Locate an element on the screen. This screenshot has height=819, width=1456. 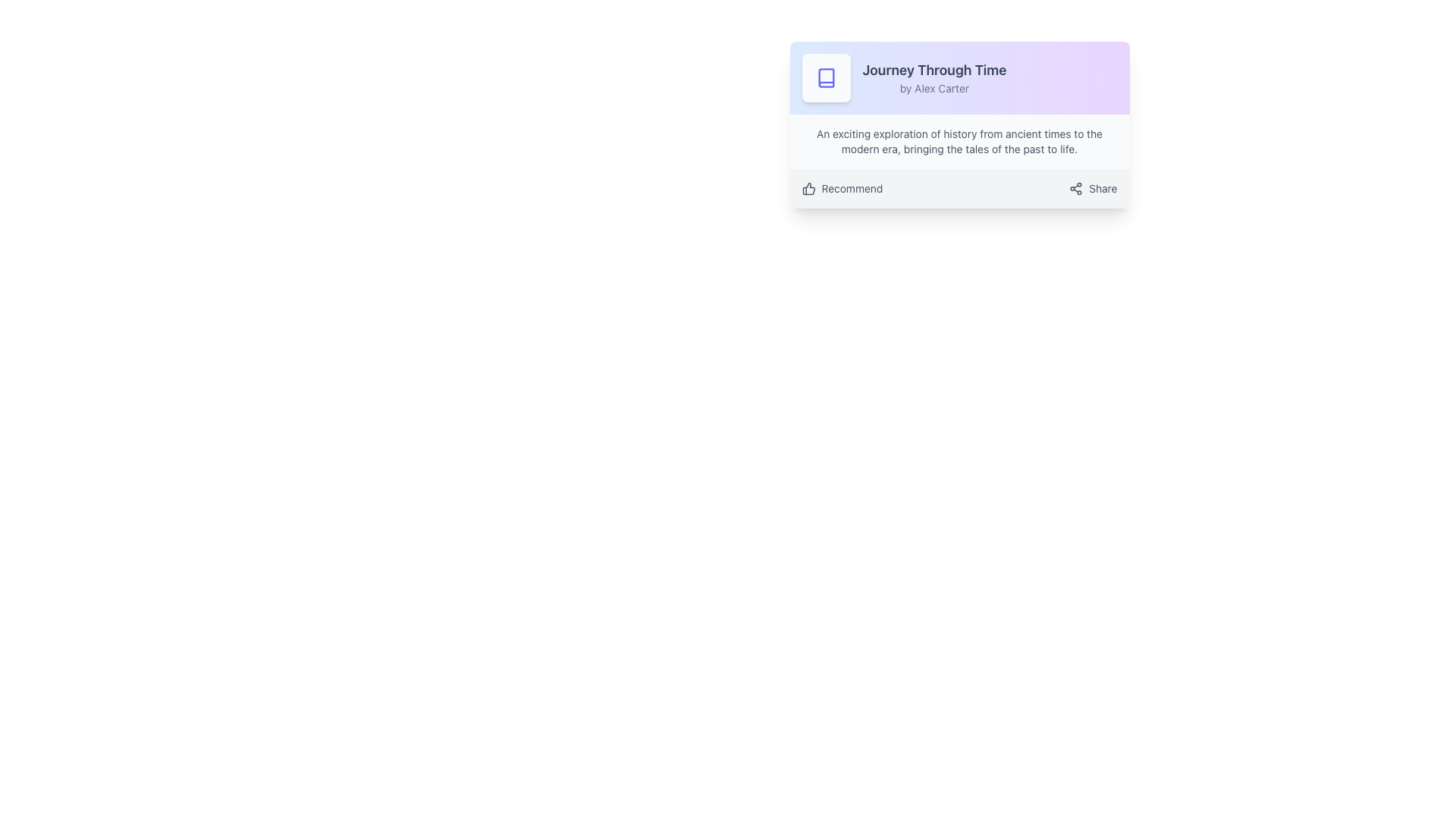
the Text Label displaying 'Journey Through Time' and 'by Alex Carter', which is centrally positioned in the layout, located to the right of the book icon is located at coordinates (934, 78).